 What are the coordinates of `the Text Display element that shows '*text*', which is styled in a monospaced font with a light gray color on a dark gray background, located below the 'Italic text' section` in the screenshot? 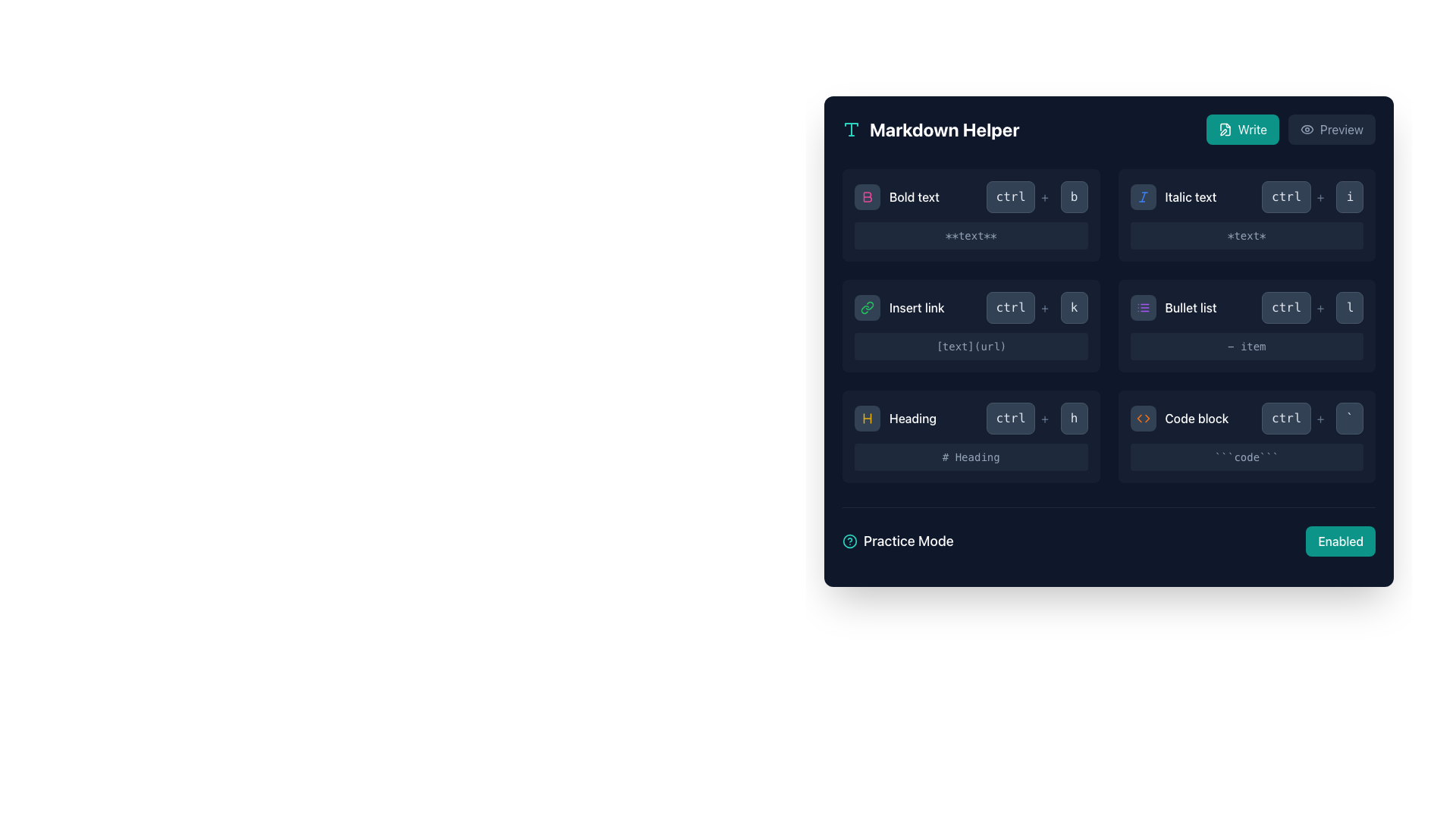 It's located at (1247, 236).